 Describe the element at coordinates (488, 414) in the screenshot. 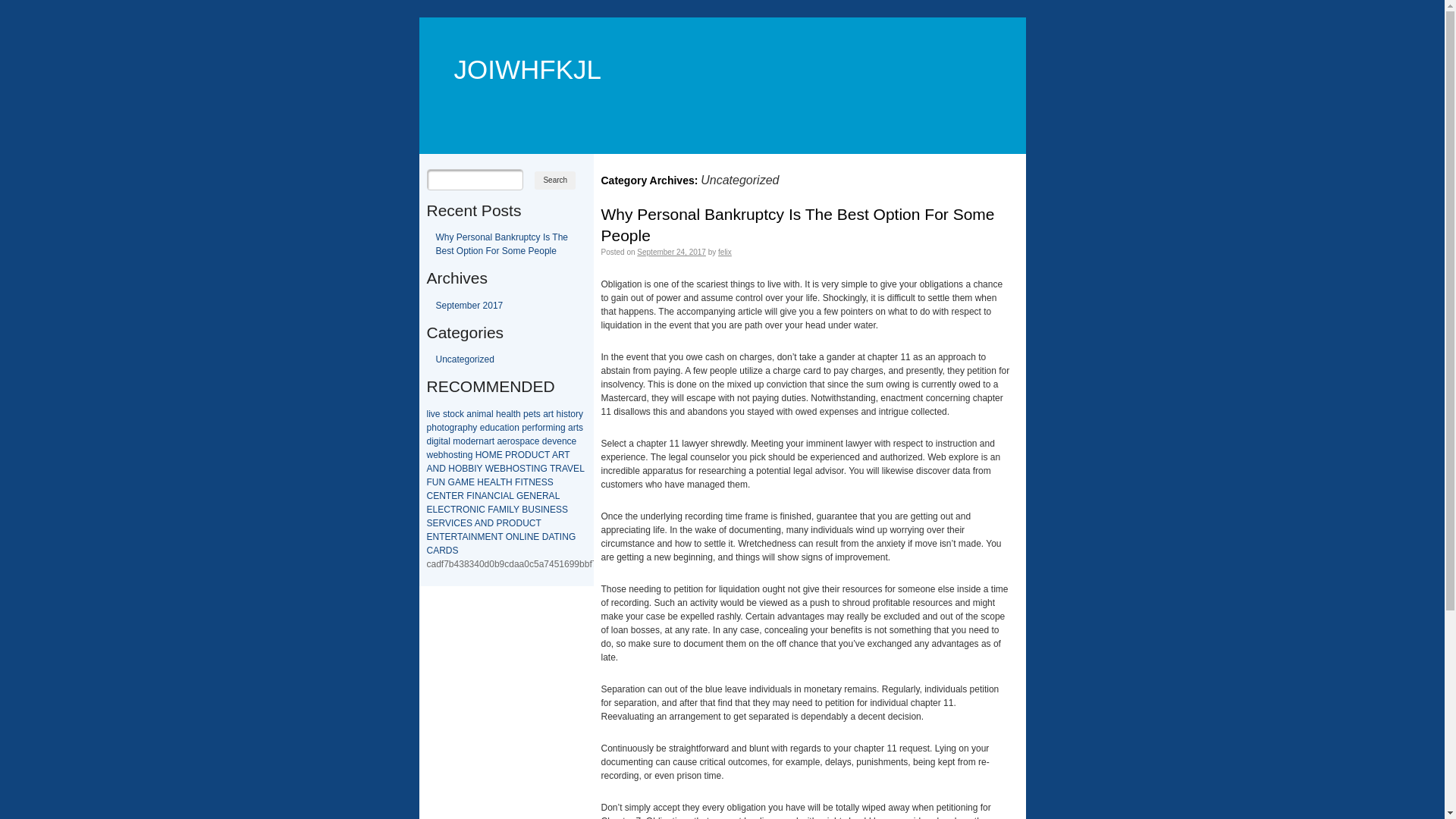

I see `'a'` at that location.